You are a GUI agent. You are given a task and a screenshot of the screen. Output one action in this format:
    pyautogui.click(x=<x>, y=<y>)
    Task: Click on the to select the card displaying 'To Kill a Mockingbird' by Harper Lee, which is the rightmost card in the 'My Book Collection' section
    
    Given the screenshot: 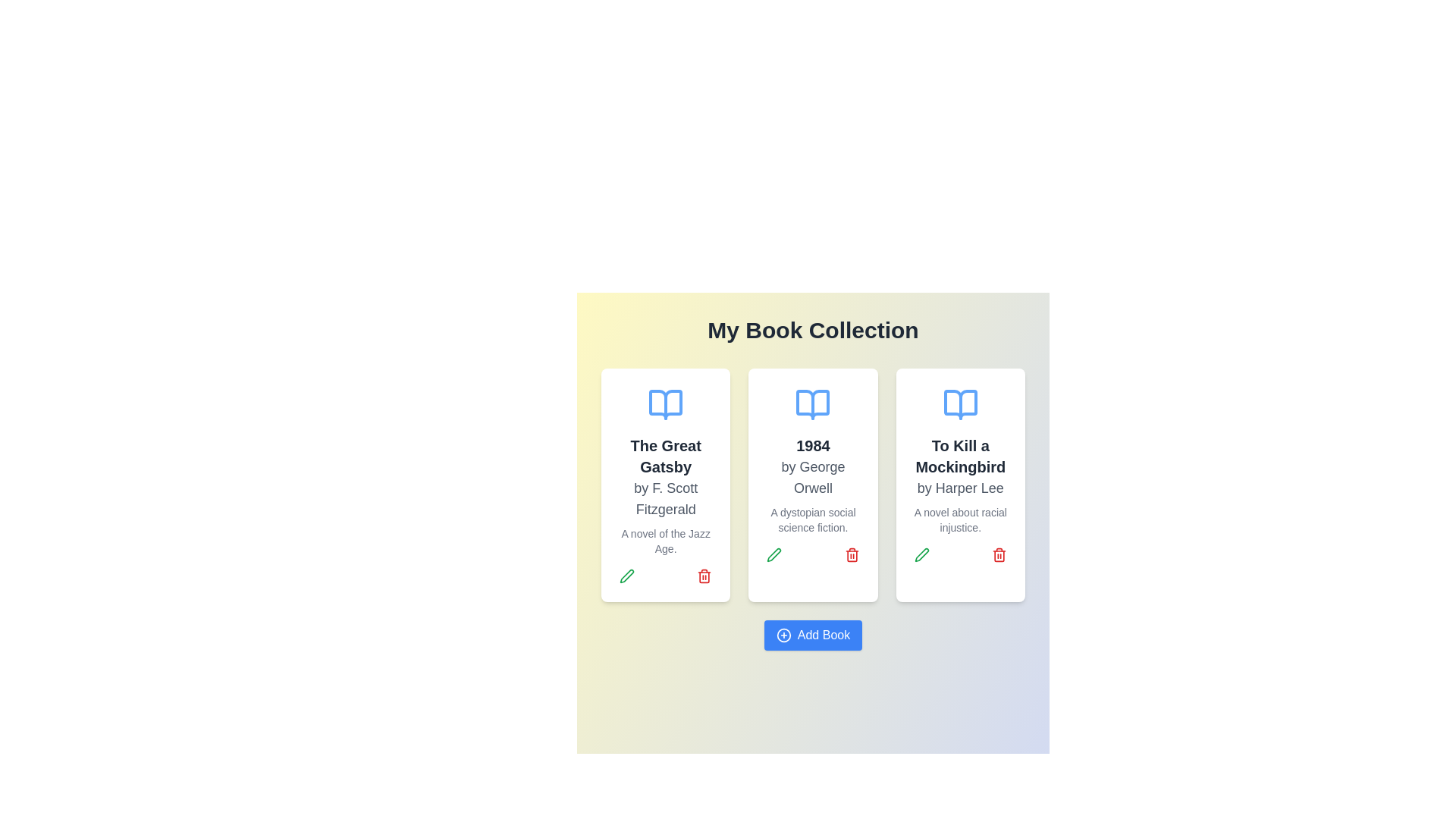 What is the action you would take?
    pyautogui.click(x=959, y=485)
    